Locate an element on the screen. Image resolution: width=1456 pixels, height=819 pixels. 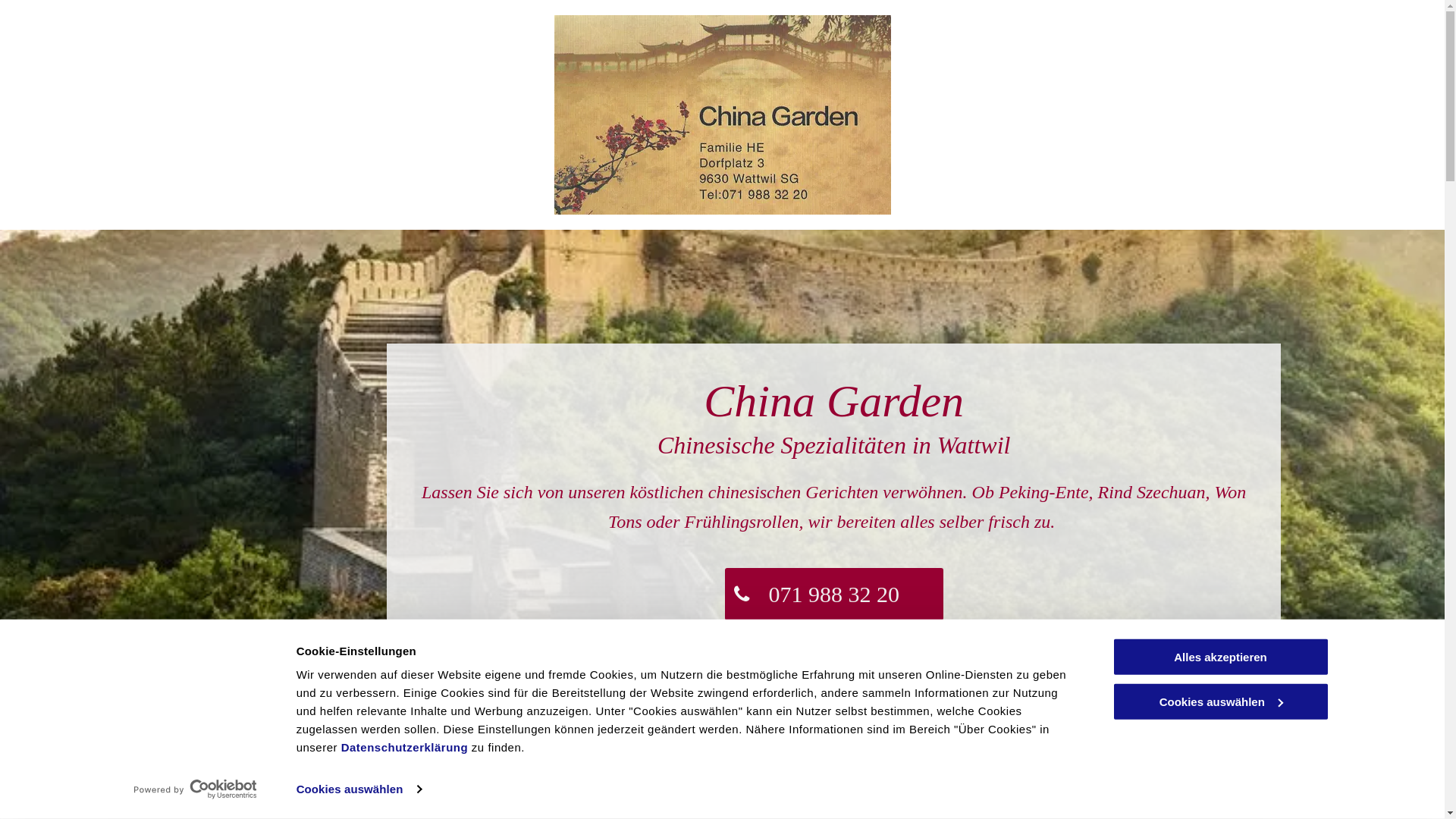
'Alles akzeptieren' is located at coordinates (1219, 656).